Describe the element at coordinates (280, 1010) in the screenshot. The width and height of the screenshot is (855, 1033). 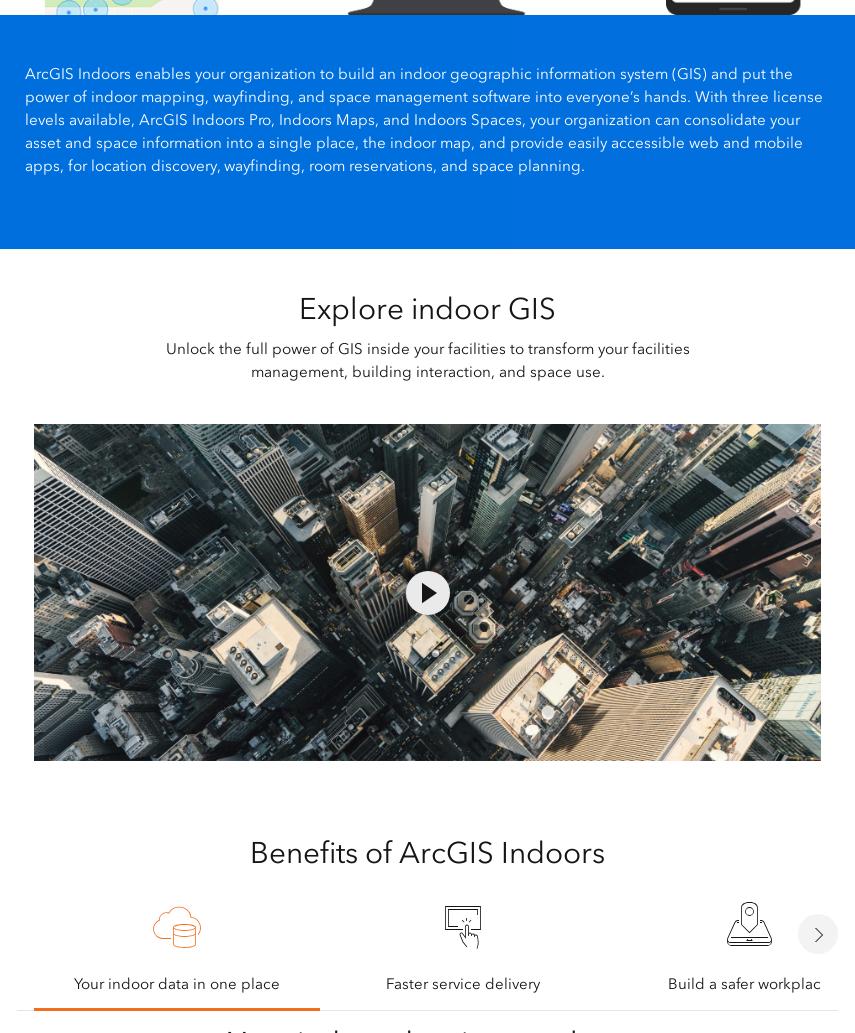
I see `'Sitemap'` at that location.